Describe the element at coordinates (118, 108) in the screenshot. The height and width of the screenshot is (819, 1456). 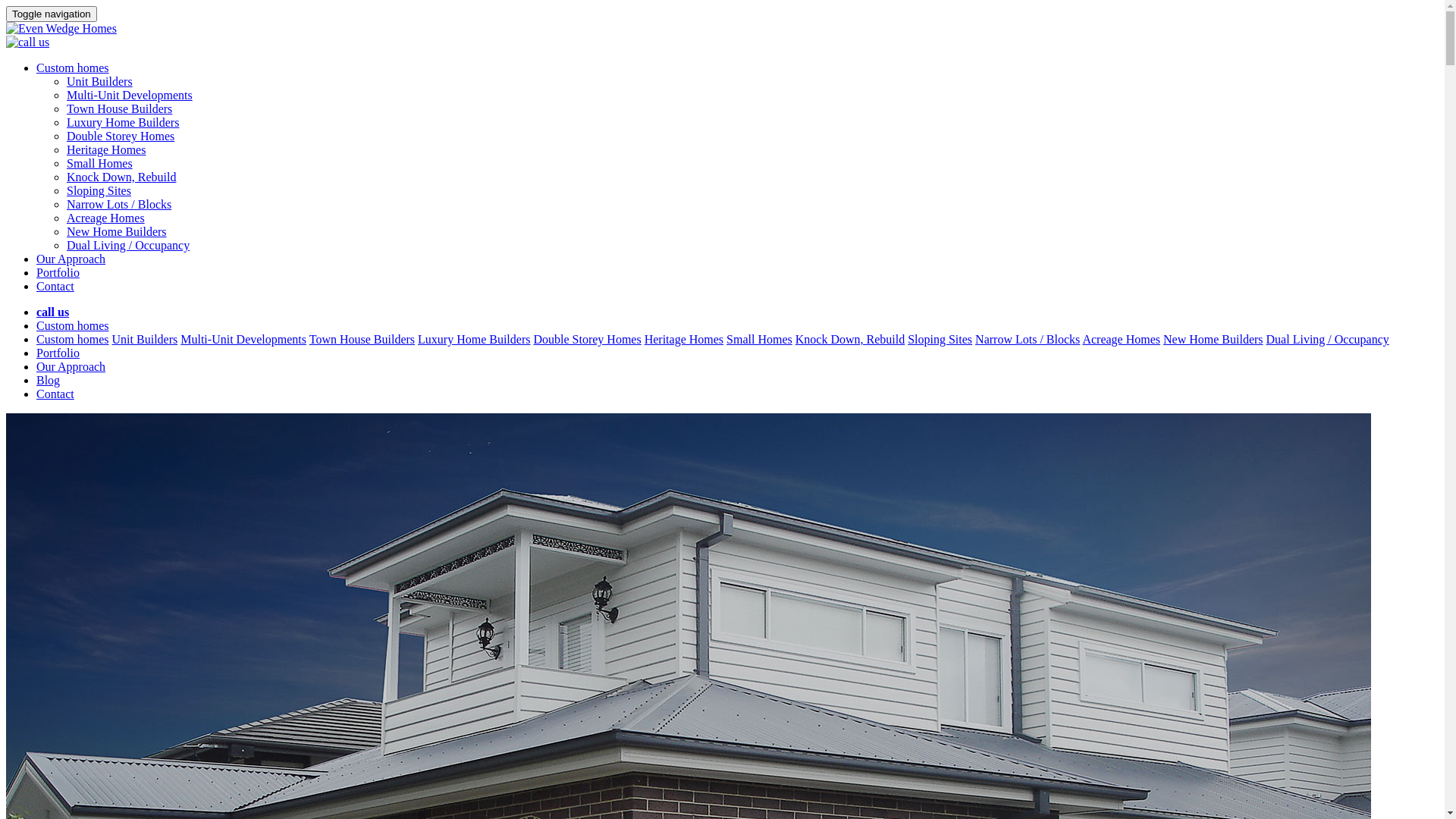
I see `'Town House Builders'` at that location.